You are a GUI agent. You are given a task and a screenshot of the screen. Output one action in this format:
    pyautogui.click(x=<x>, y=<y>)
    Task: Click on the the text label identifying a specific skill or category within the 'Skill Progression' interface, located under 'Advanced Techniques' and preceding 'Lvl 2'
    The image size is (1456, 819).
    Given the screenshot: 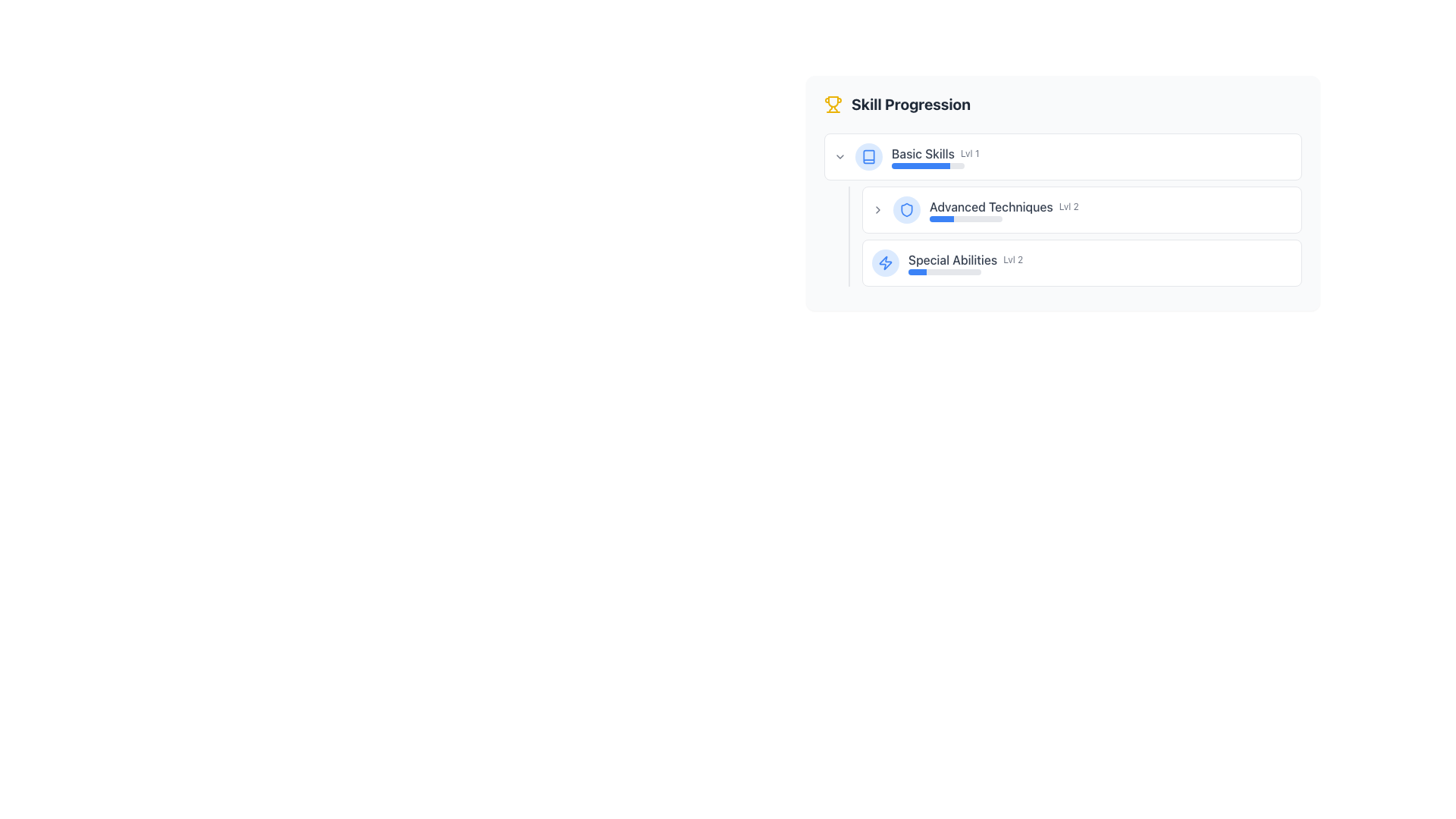 What is the action you would take?
    pyautogui.click(x=952, y=259)
    